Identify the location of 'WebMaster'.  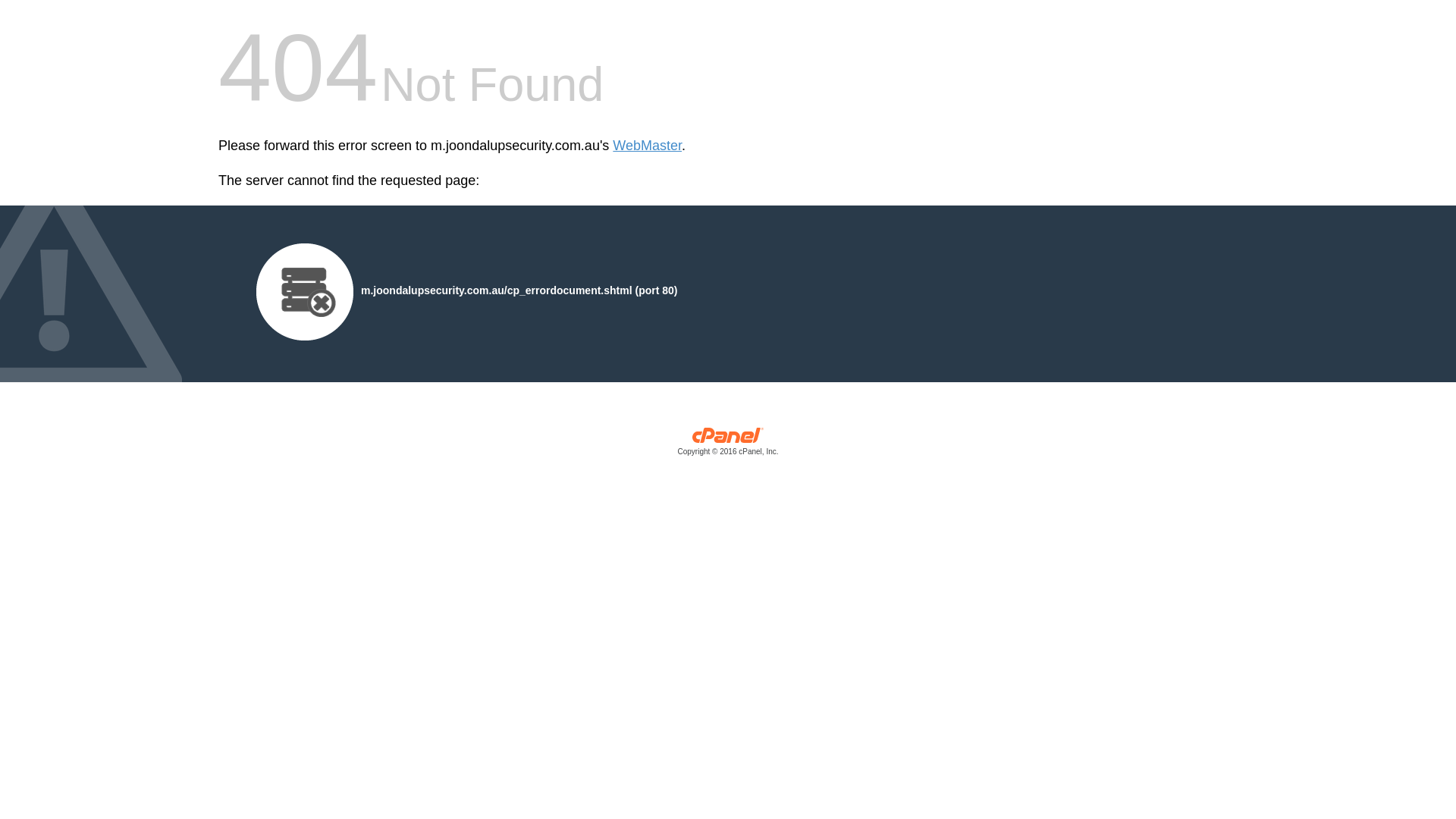
(612, 146).